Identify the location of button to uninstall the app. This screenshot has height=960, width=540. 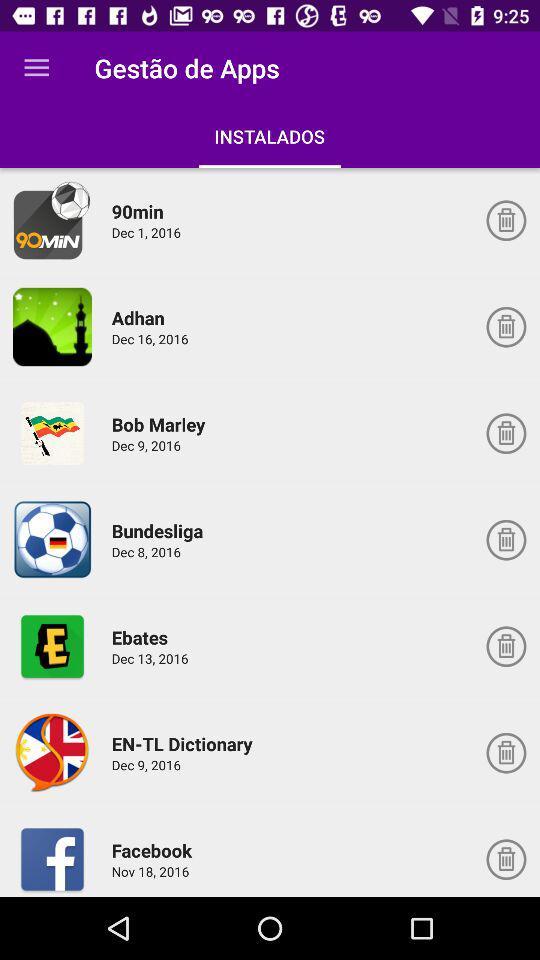
(505, 220).